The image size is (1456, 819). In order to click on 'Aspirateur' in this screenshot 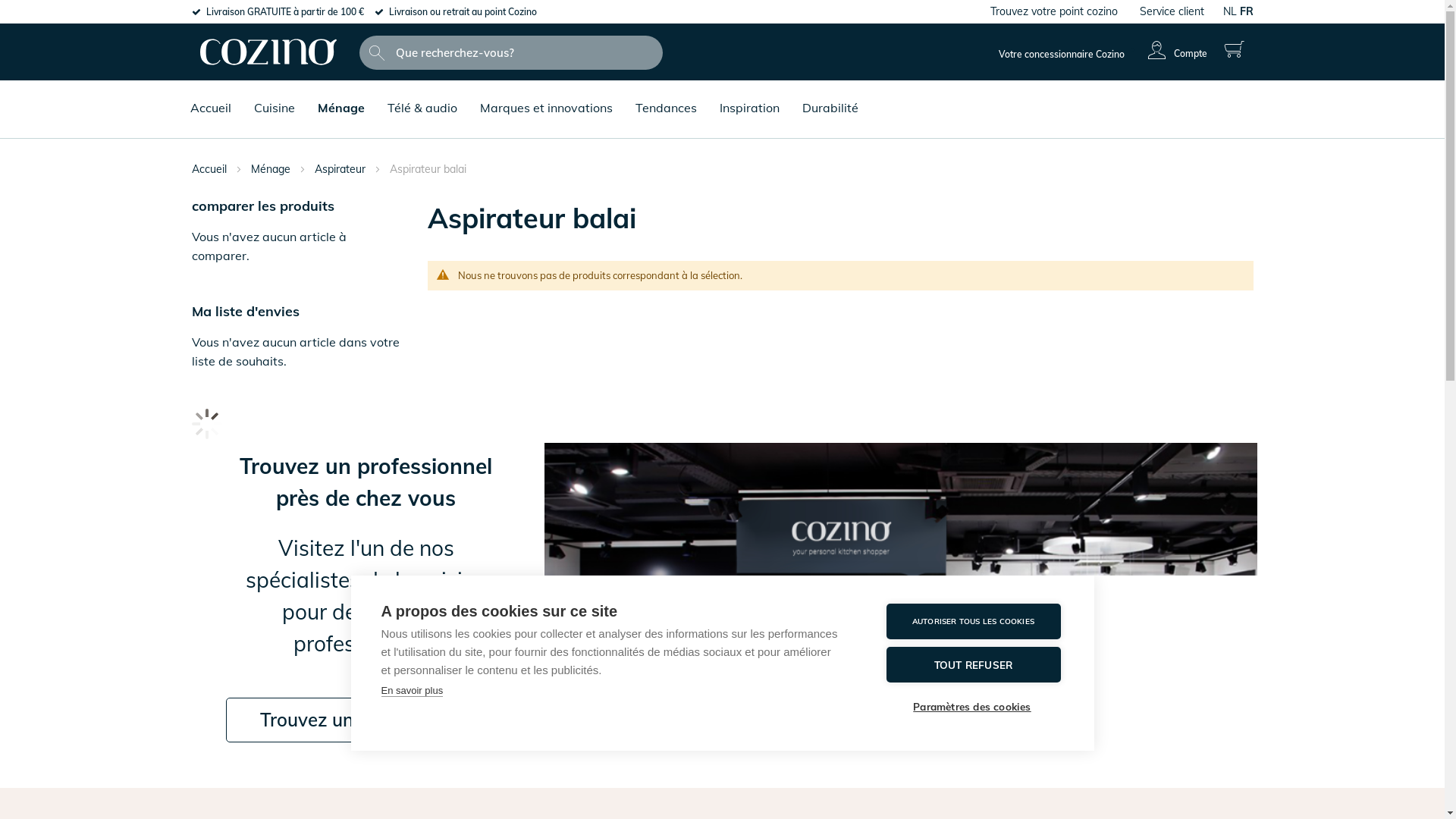, I will do `click(340, 169)`.